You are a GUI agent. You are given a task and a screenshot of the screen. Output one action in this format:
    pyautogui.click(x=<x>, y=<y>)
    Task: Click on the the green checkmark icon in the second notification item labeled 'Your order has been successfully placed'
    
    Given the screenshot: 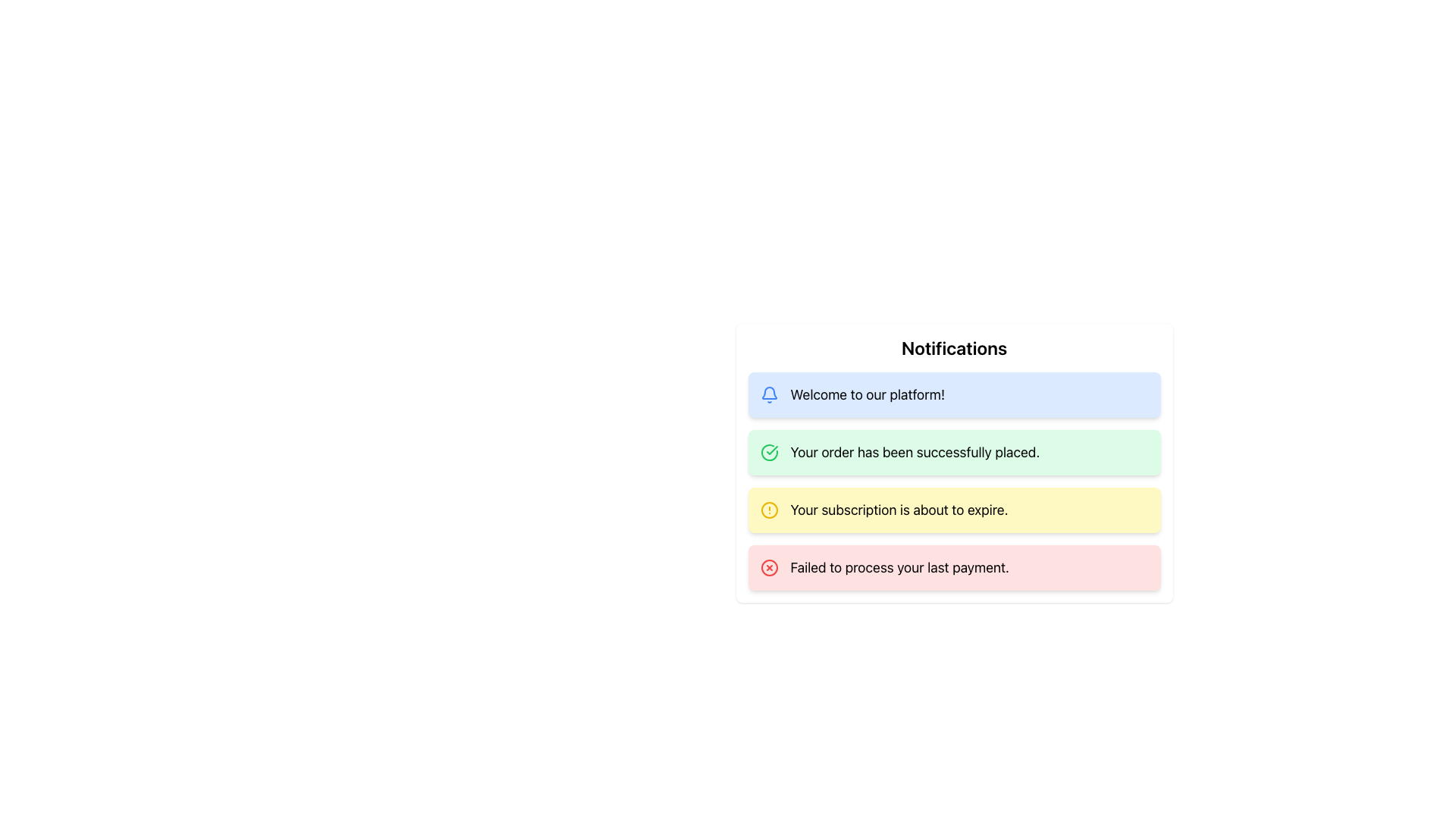 What is the action you would take?
    pyautogui.click(x=771, y=450)
    